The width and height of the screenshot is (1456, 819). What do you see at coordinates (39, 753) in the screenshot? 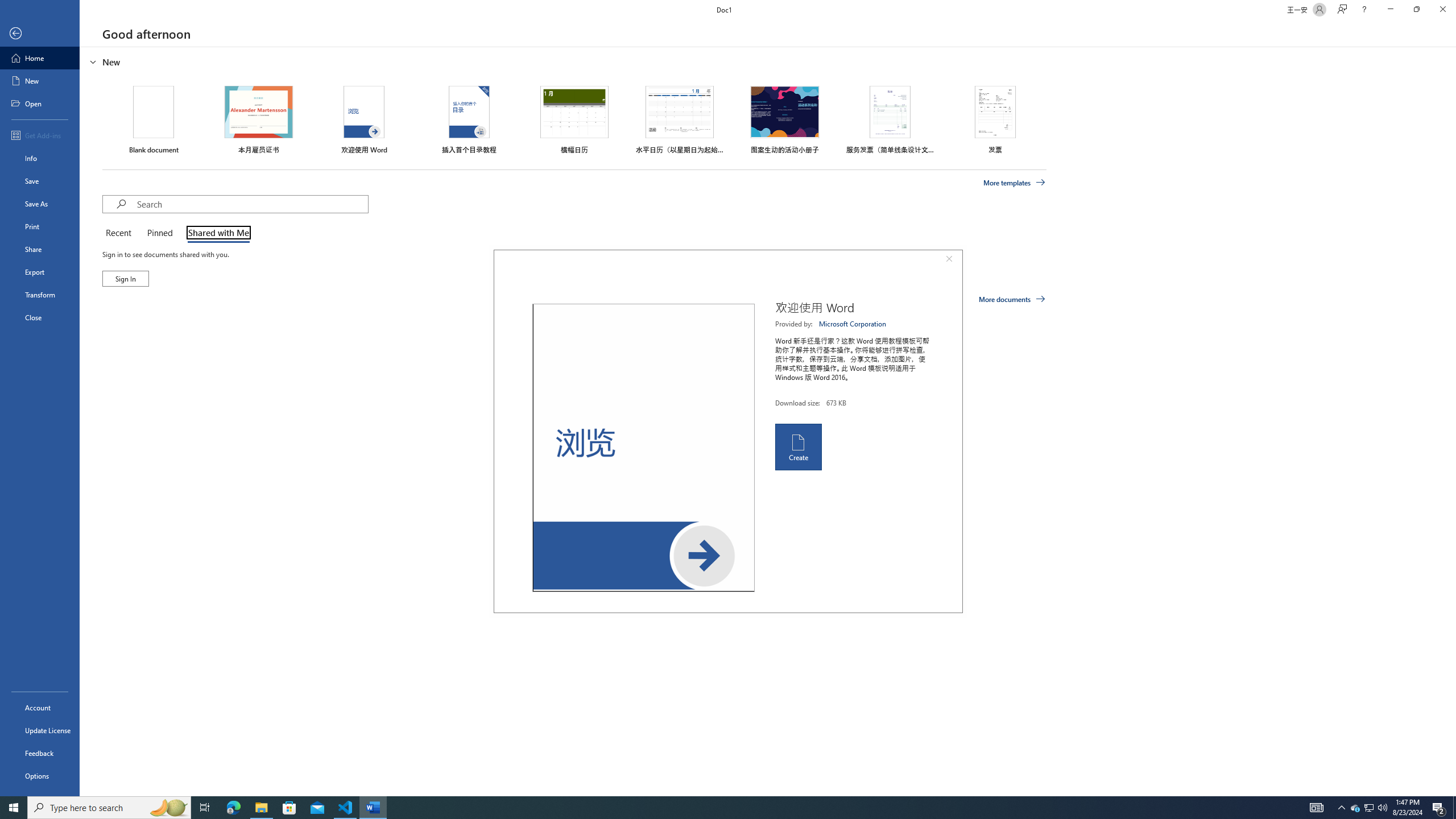
I see `'Feedback'` at bounding box center [39, 753].